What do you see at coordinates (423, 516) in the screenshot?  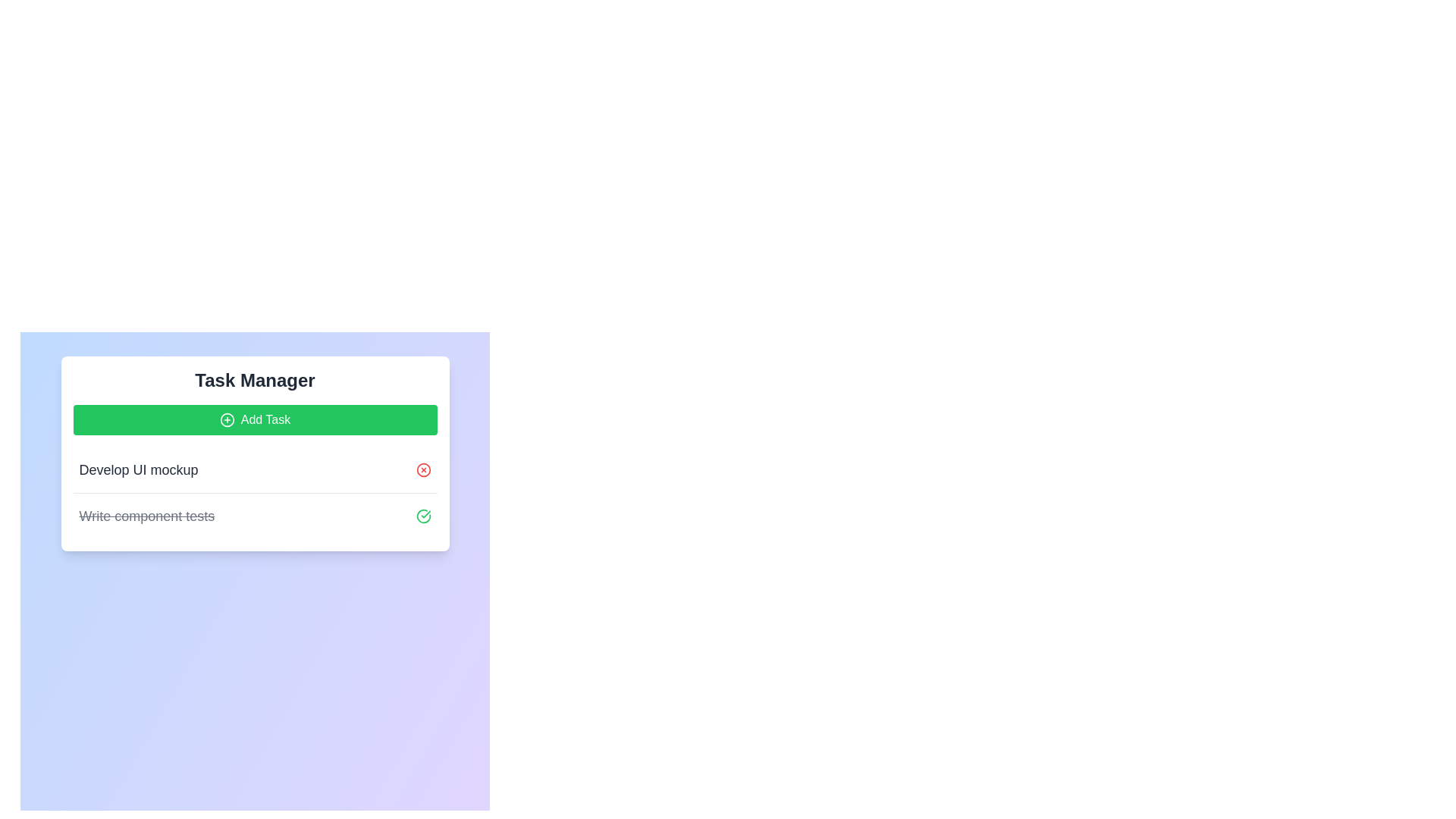 I see `the Checkbox or task completion icon to mark the associated task 'Write component tests' as complete` at bounding box center [423, 516].